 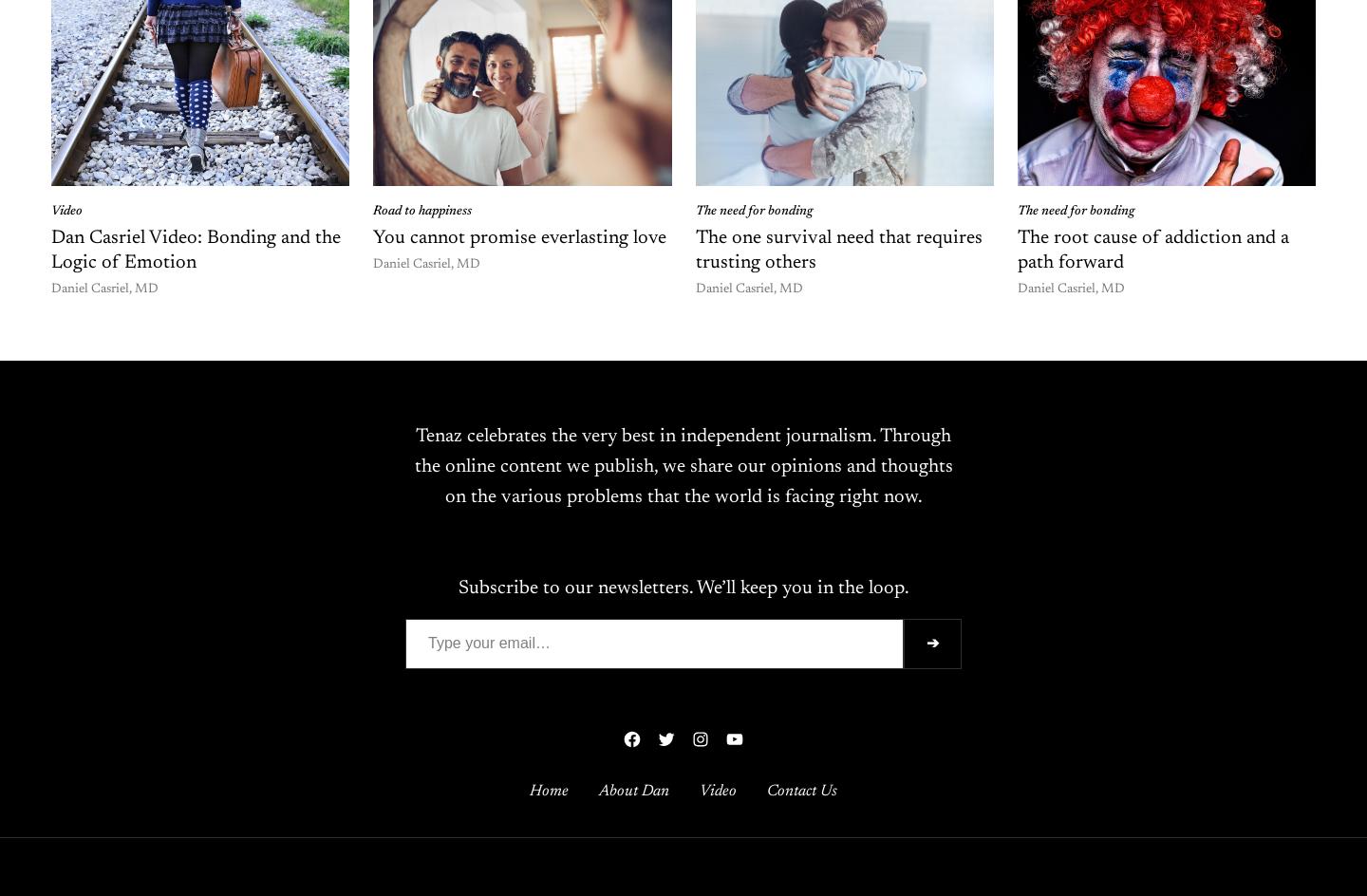 I want to click on 'Tenaz celebrates the very best in independent journalism. Through the online content we publish, we share our opinions and thoughts on the various problems that the world is facing right now.', so click(x=683, y=467).